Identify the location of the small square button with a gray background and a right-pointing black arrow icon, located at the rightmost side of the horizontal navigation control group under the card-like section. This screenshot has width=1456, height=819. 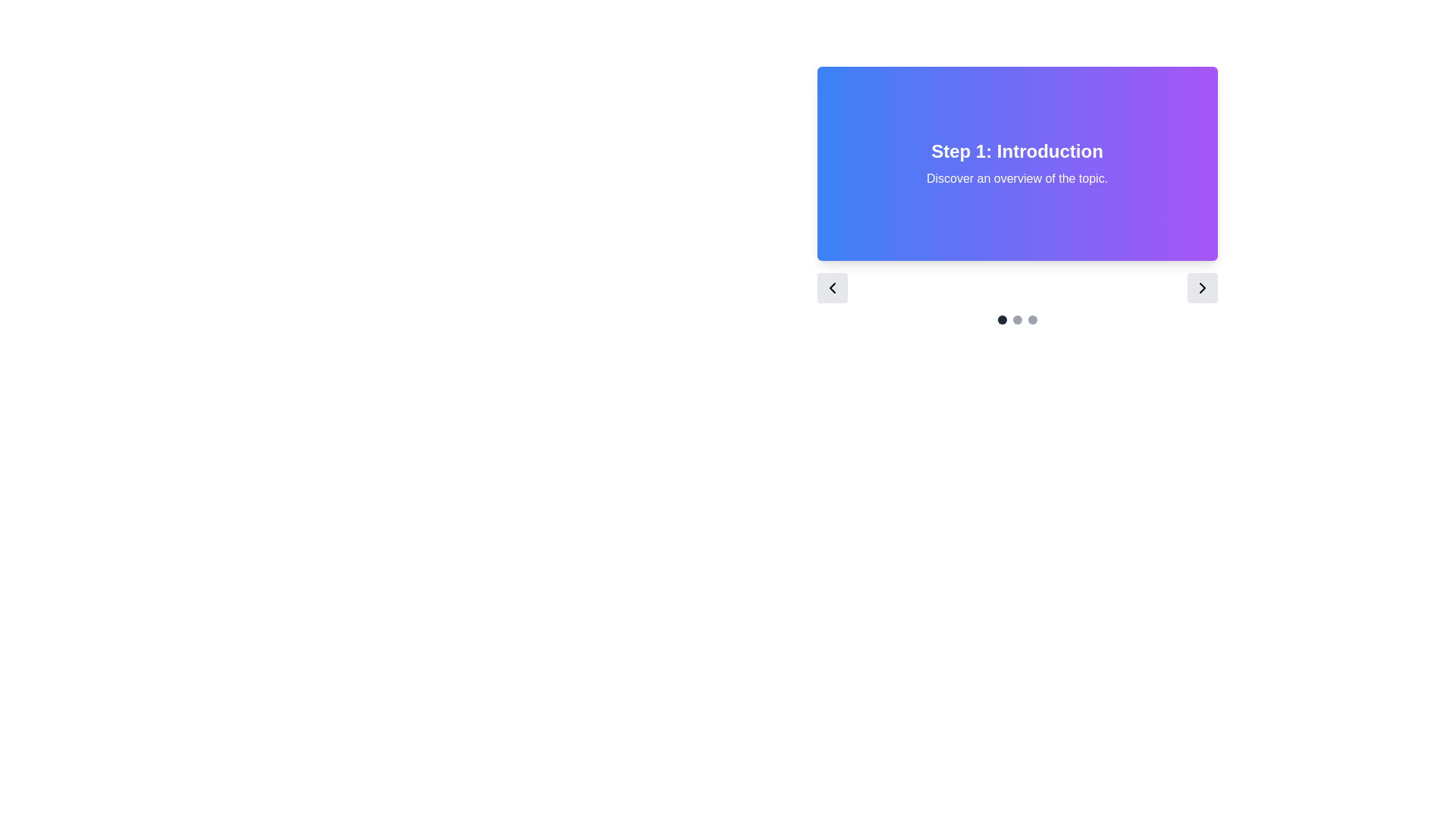
(1201, 288).